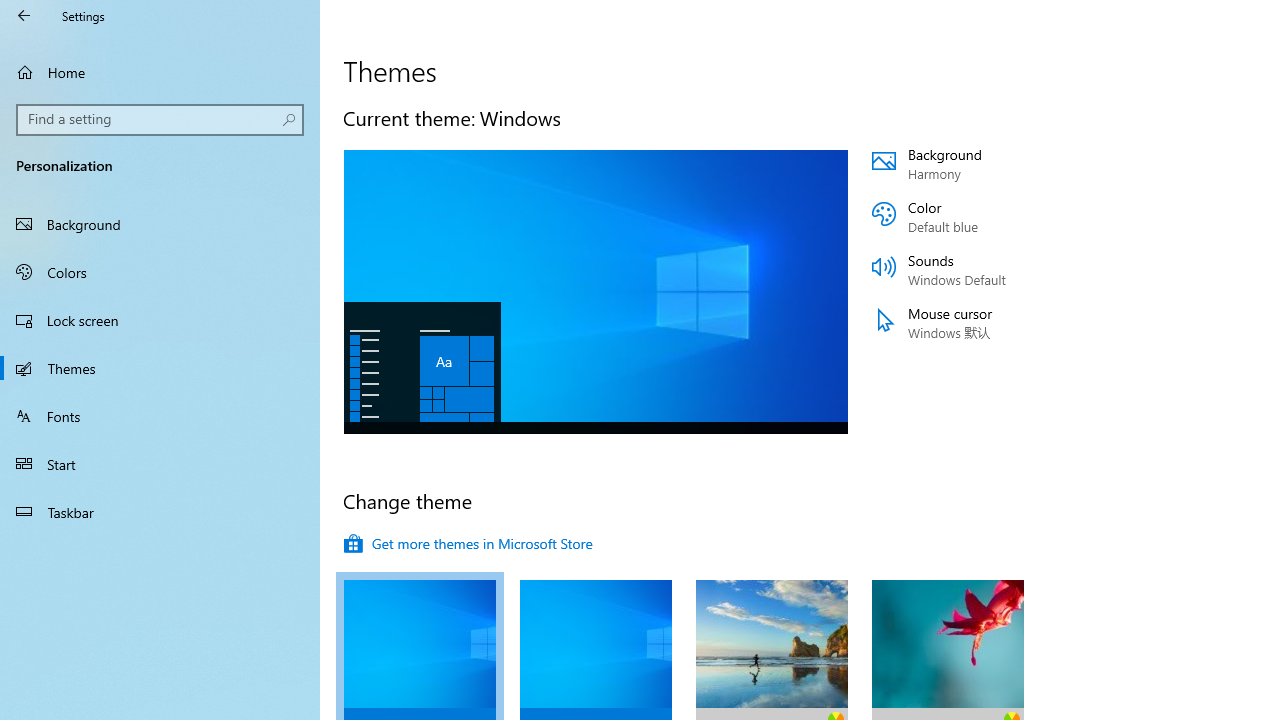 The height and width of the screenshot is (720, 1280). Describe the element at coordinates (160, 319) in the screenshot. I see `'Lock screen'` at that location.